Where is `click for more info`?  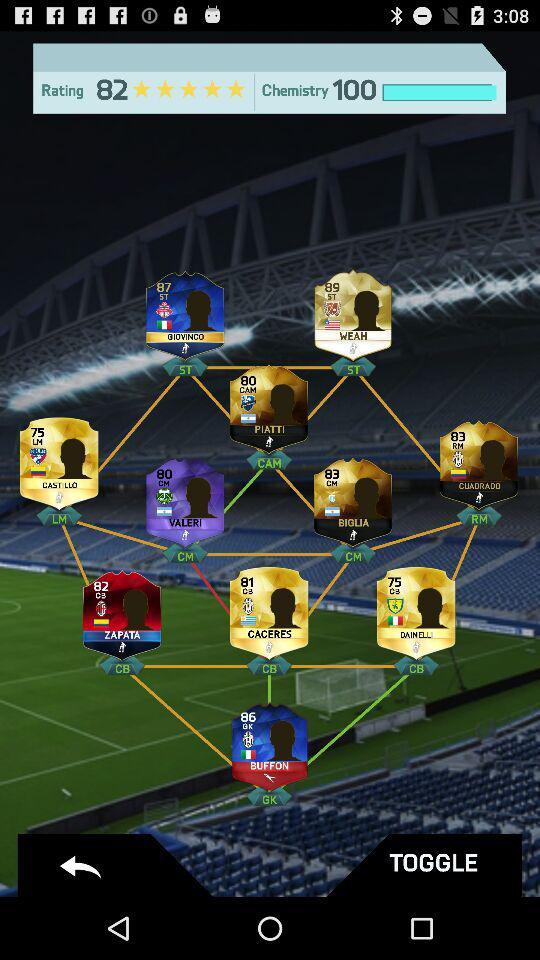 click for more info is located at coordinates (352, 311).